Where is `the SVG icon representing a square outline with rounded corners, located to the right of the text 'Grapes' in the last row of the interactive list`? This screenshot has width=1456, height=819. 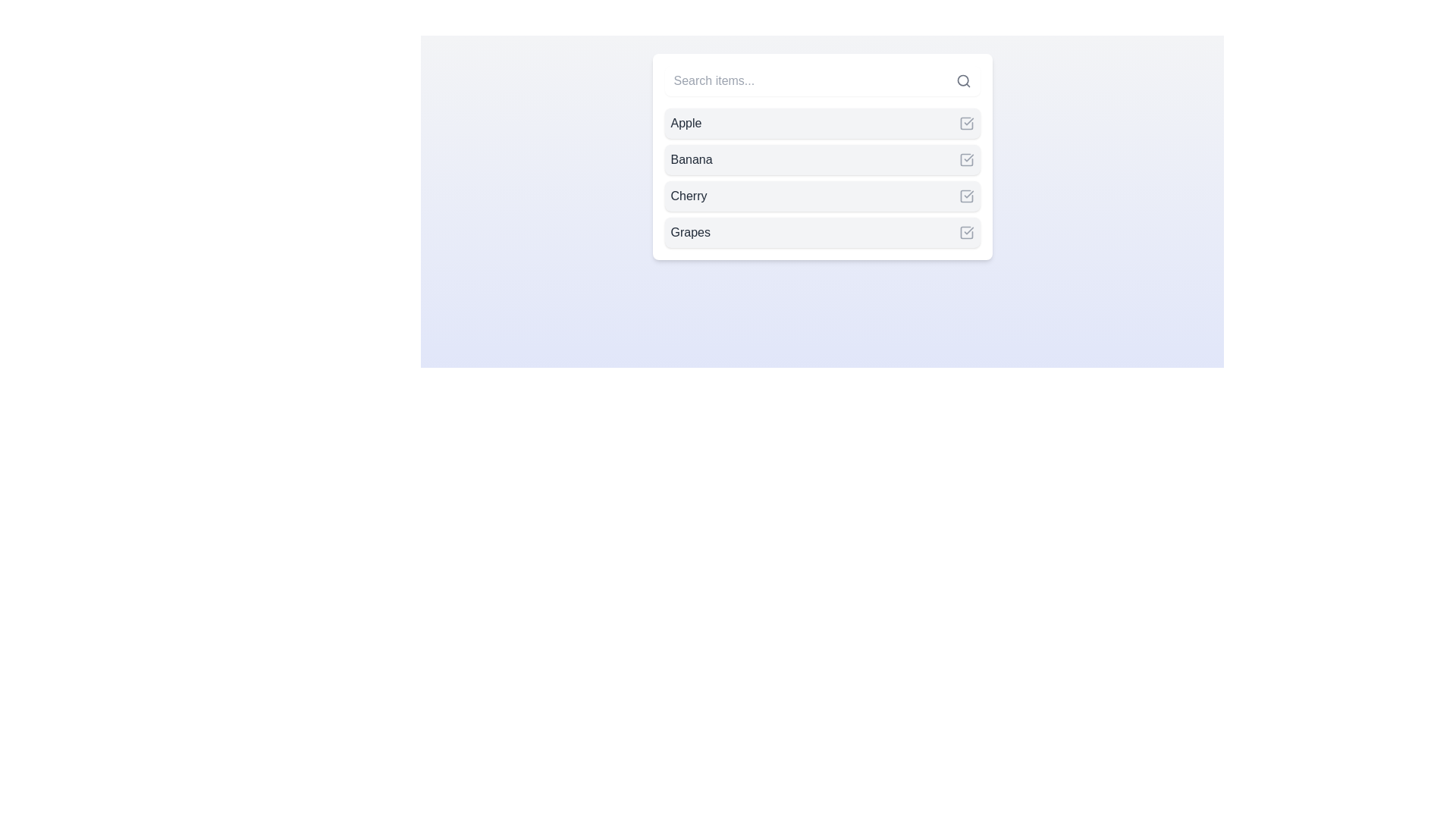 the SVG icon representing a square outline with rounded corners, located to the right of the text 'Grapes' in the last row of the interactive list is located at coordinates (965, 233).